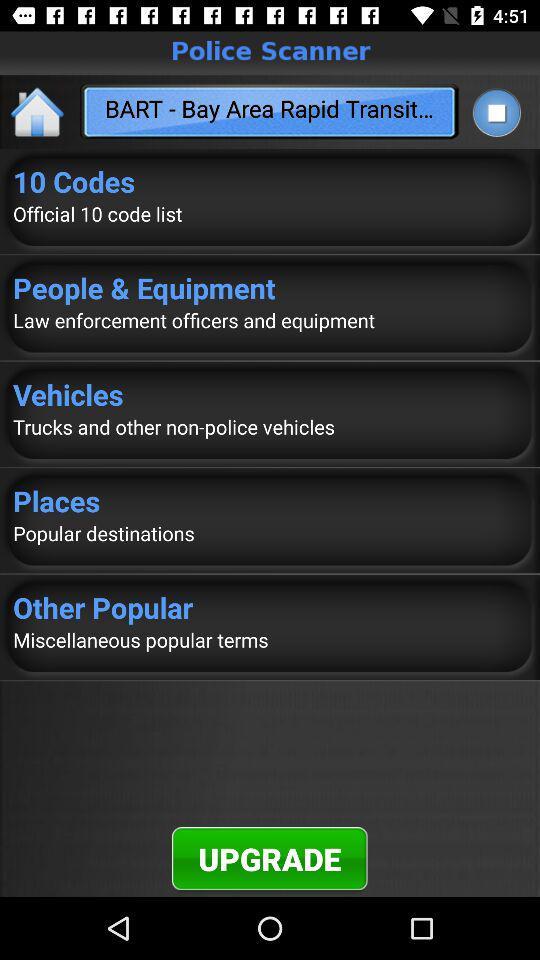  What do you see at coordinates (270, 426) in the screenshot?
I see `trucks and other icon` at bounding box center [270, 426].